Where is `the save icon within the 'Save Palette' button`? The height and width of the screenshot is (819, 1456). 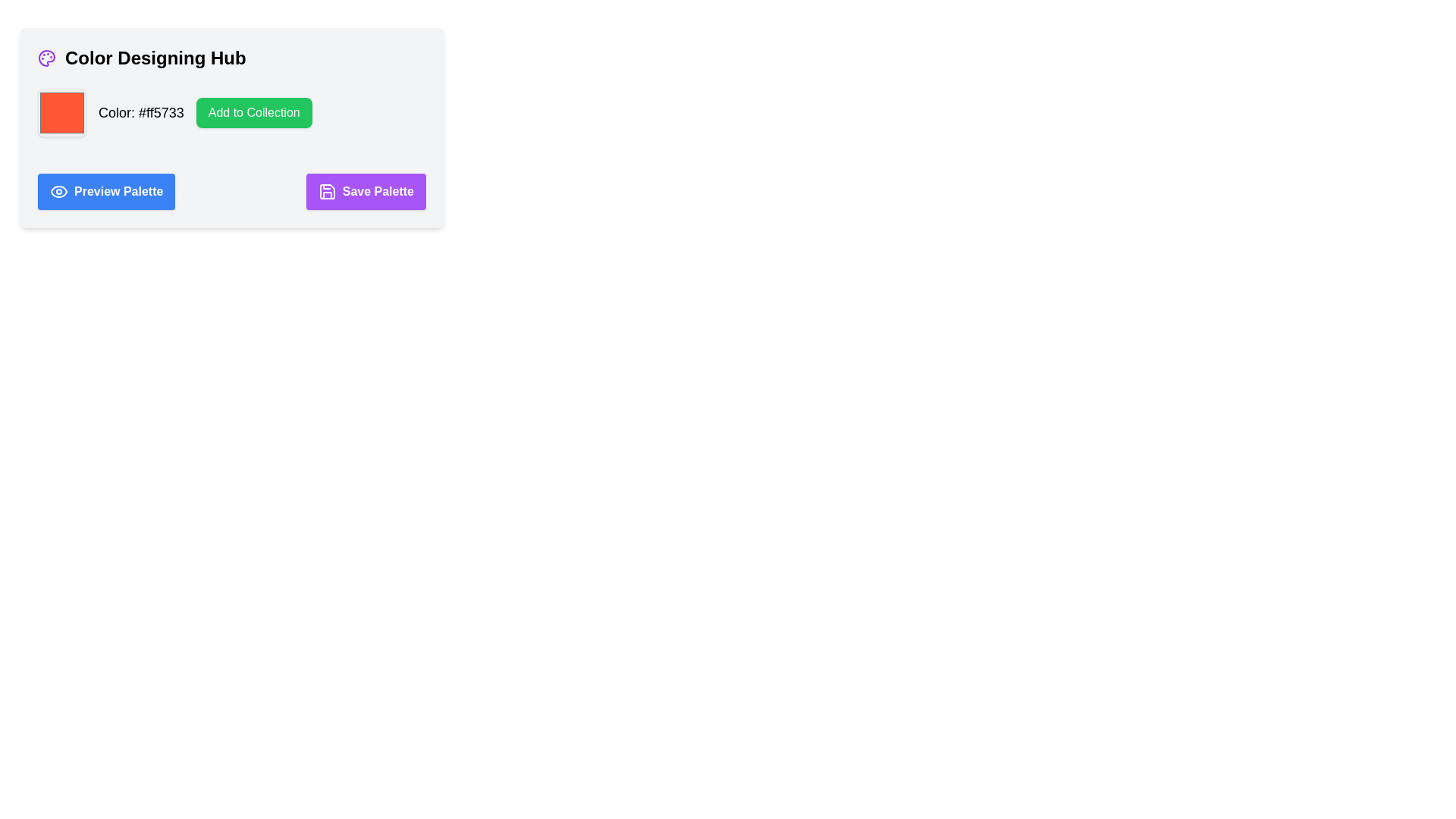 the save icon within the 'Save Palette' button is located at coordinates (326, 191).